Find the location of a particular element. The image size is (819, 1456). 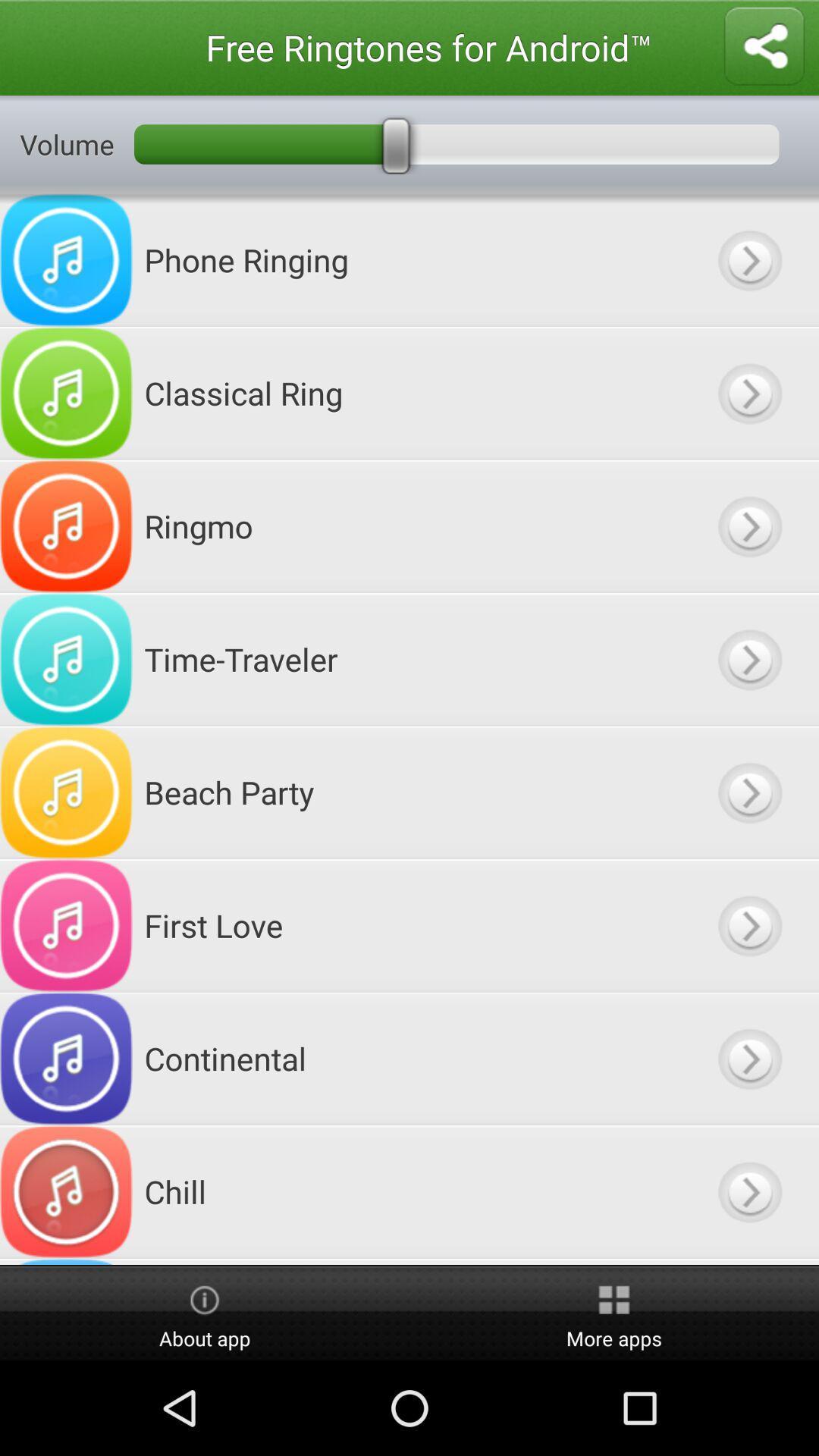

open 'first love ringtone type is located at coordinates (748, 924).